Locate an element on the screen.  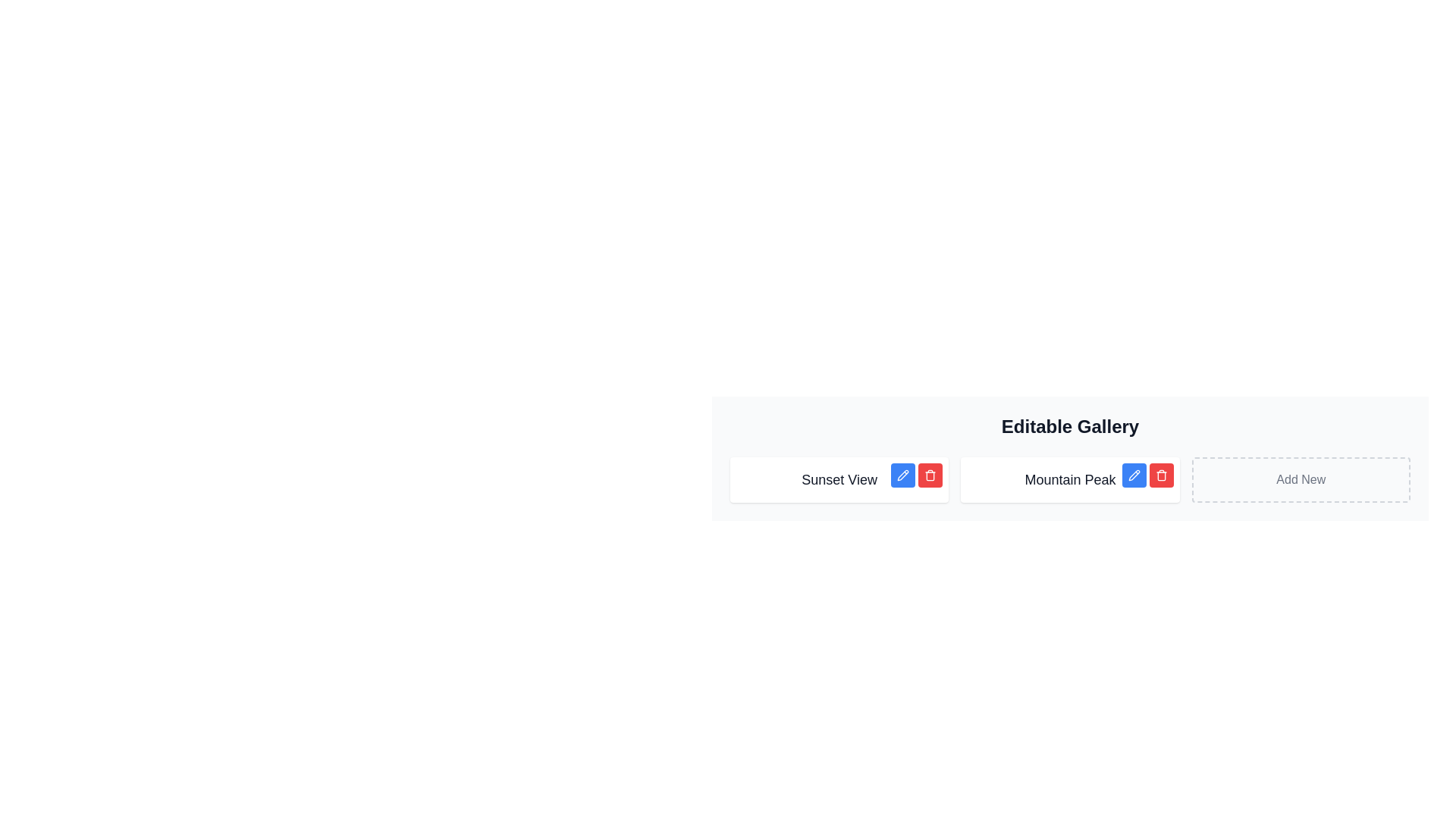
the interactive button located at the far right of a three-column grid is located at coordinates (1300, 479).